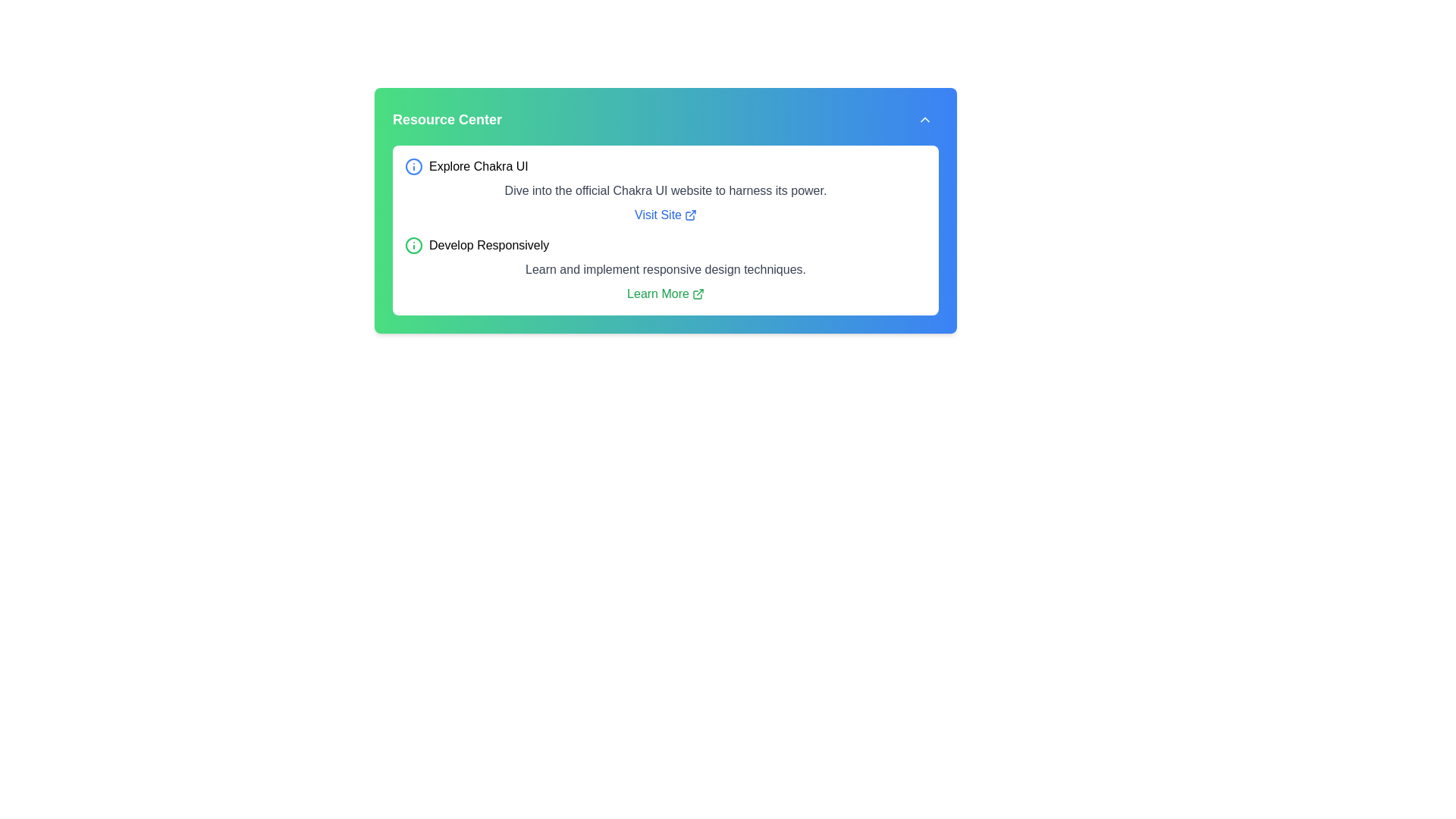 The image size is (1456, 819). I want to click on the descriptive text element located below the title 'Explore Chakra UI' and above the 'Visit Site' hyperlink button, so click(666, 190).